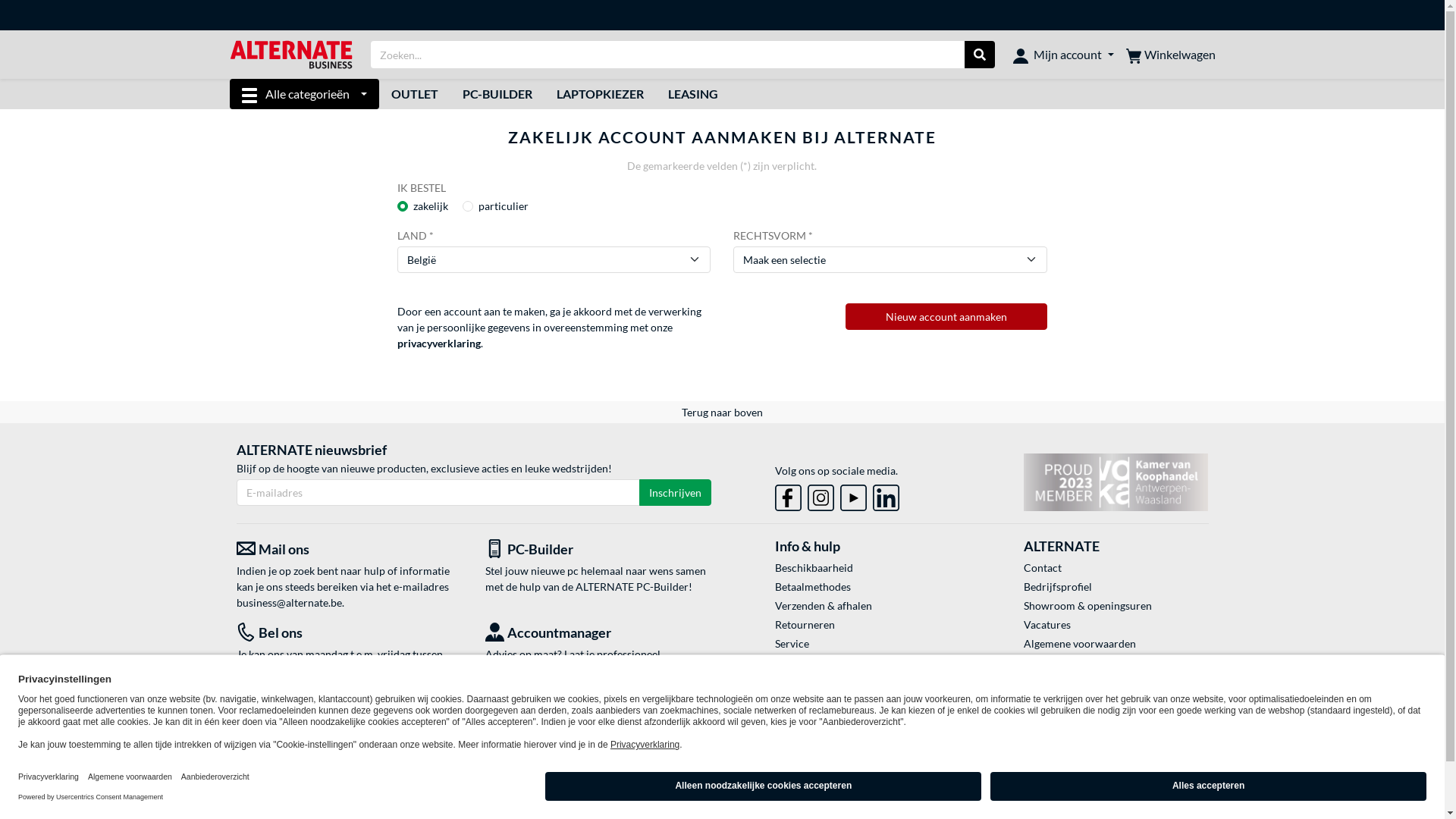 The height and width of the screenshot is (819, 1456). What do you see at coordinates (1169, 54) in the screenshot?
I see `'Winkelwagen'` at bounding box center [1169, 54].